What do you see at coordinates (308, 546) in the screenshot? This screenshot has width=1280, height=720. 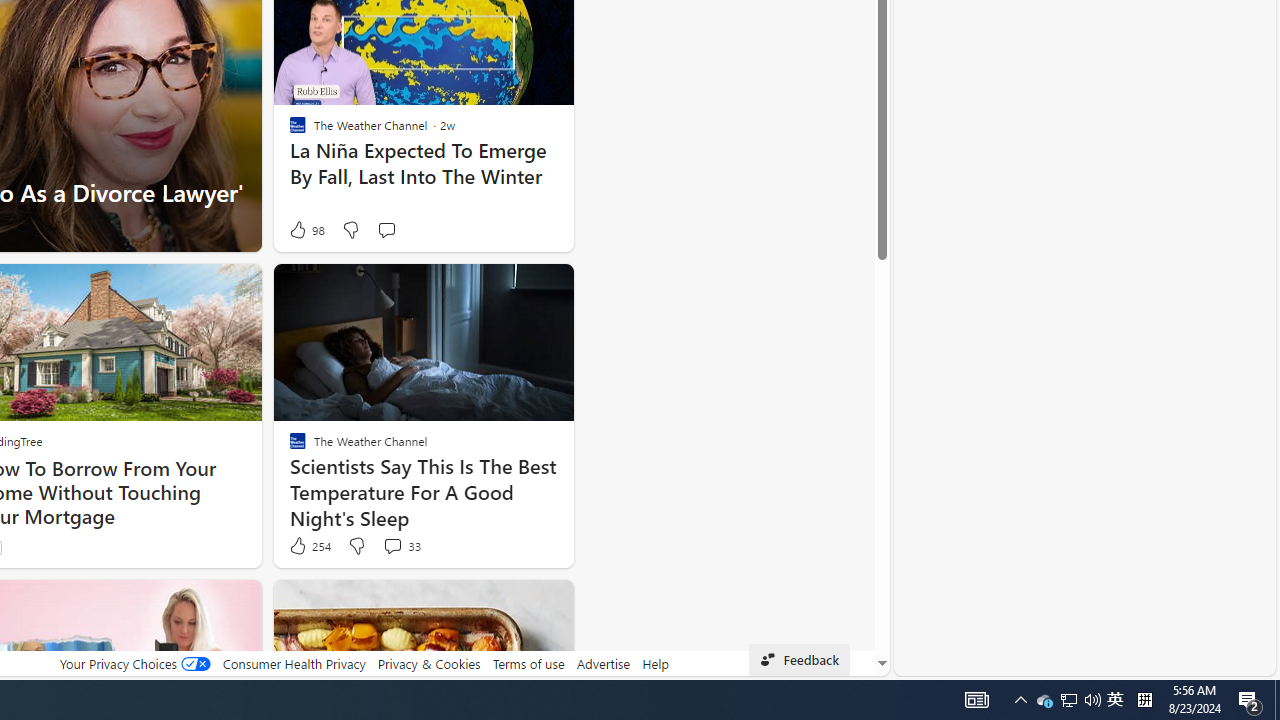 I see `'254 Like'` at bounding box center [308, 546].